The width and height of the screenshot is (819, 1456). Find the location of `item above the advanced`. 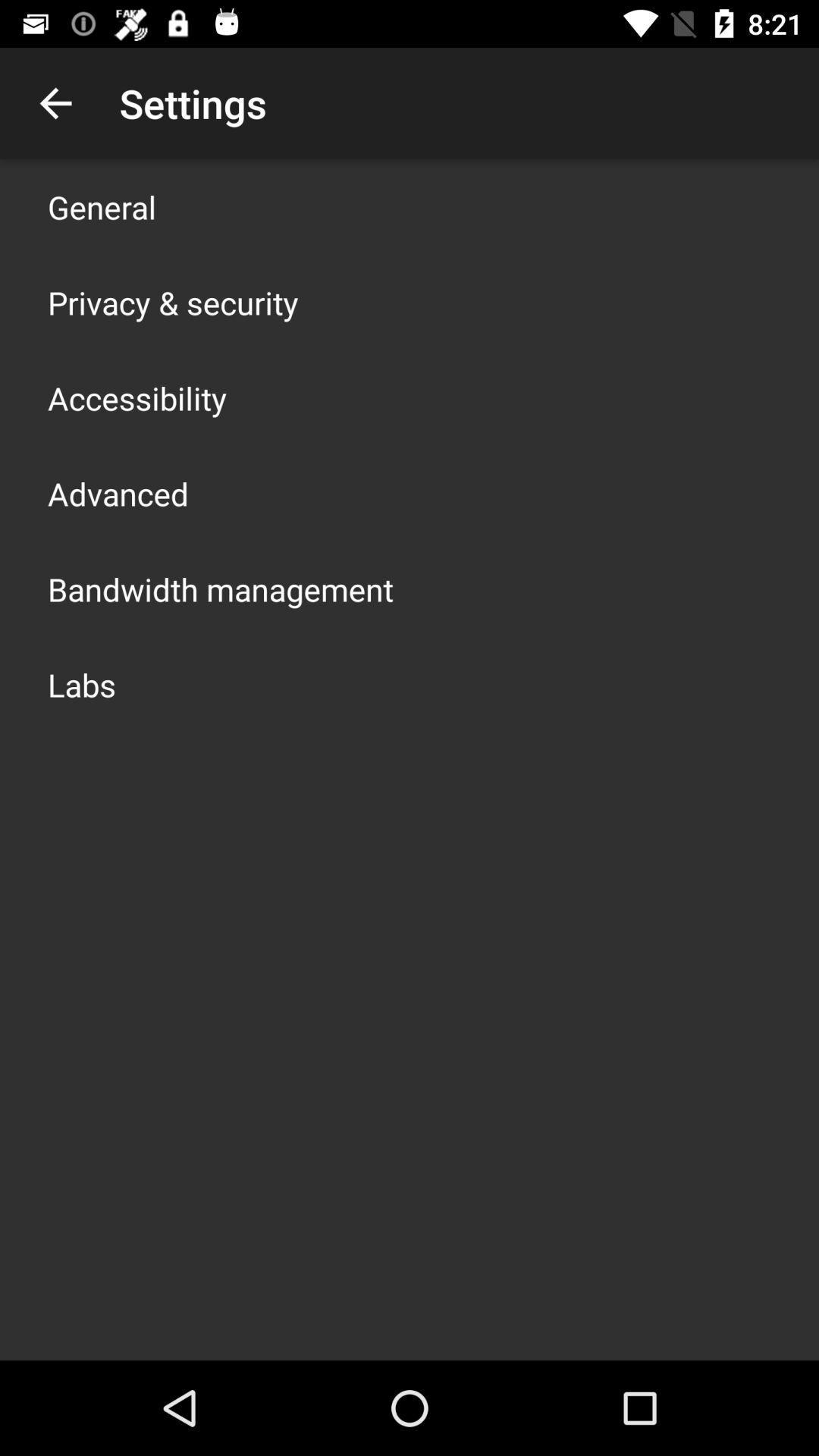

item above the advanced is located at coordinates (137, 397).